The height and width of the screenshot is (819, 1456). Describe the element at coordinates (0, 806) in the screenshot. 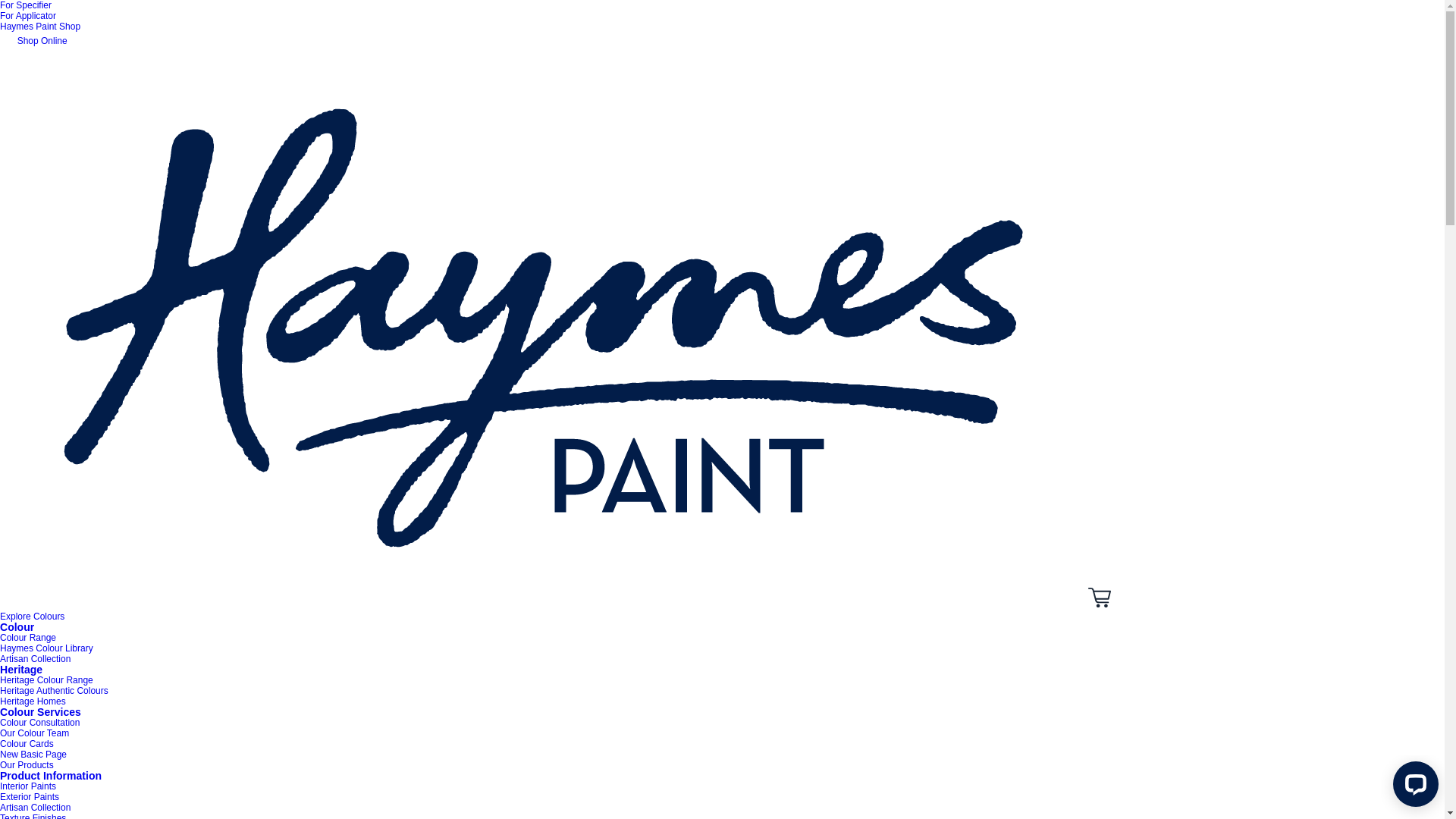

I see `'Artisan Collection'` at that location.